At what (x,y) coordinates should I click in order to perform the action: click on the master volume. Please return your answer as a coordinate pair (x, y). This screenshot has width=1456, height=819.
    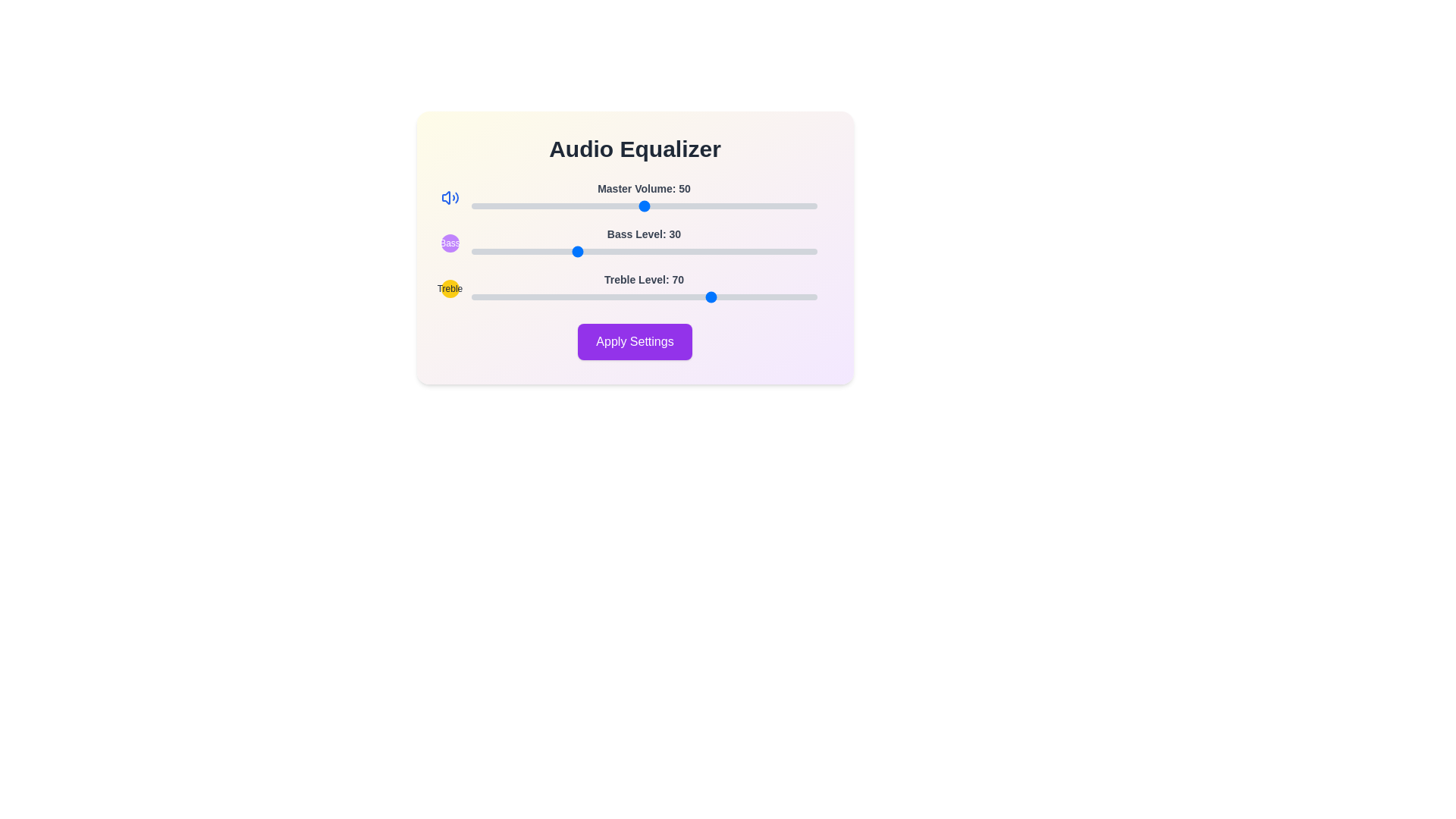
    Looking at the image, I should click on (488, 206).